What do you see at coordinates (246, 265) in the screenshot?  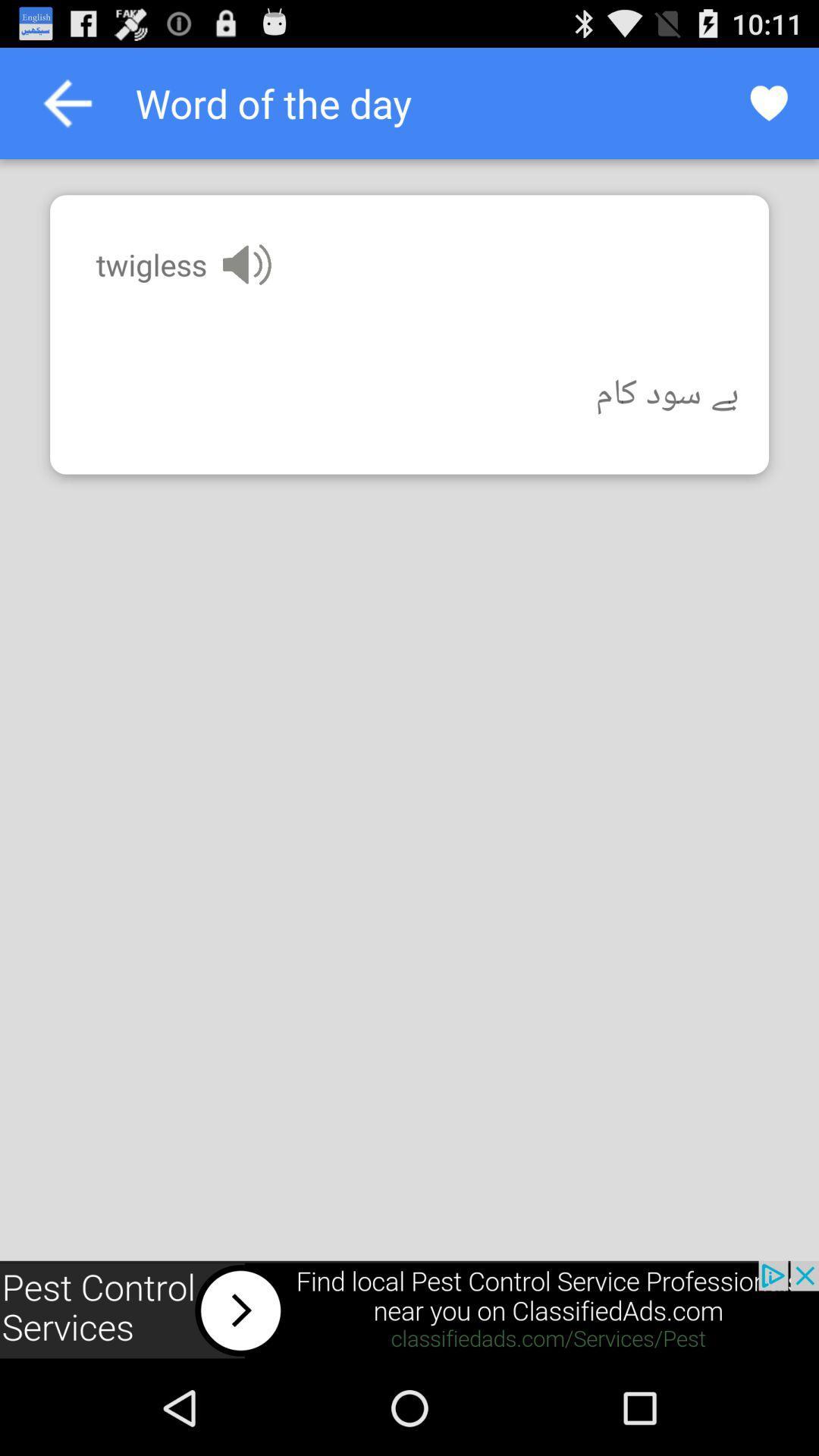 I see `hear how the word is pronounced` at bounding box center [246, 265].